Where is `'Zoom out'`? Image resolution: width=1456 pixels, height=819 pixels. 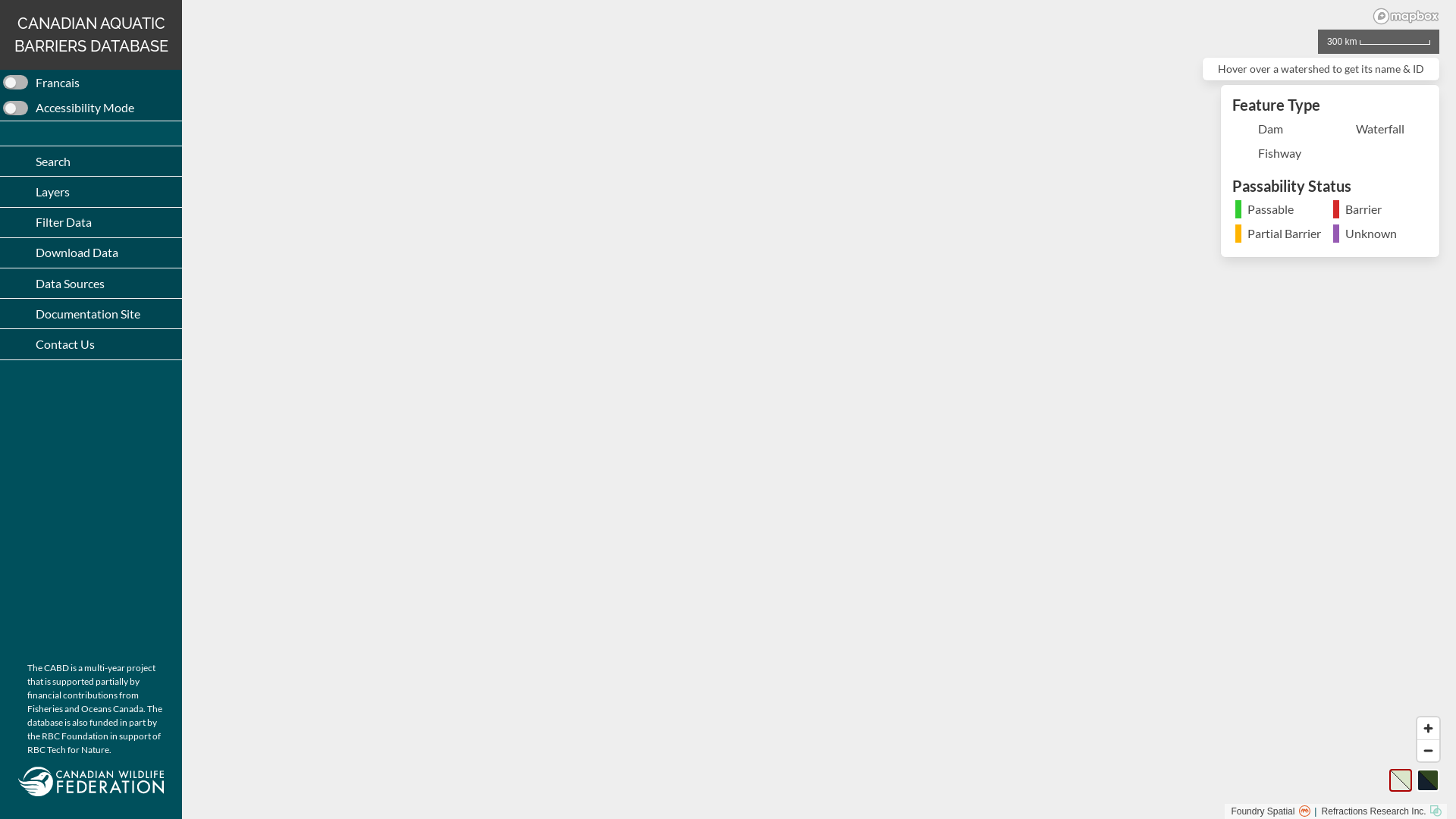
'Zoom out' is located at coordinates (1427, 751).